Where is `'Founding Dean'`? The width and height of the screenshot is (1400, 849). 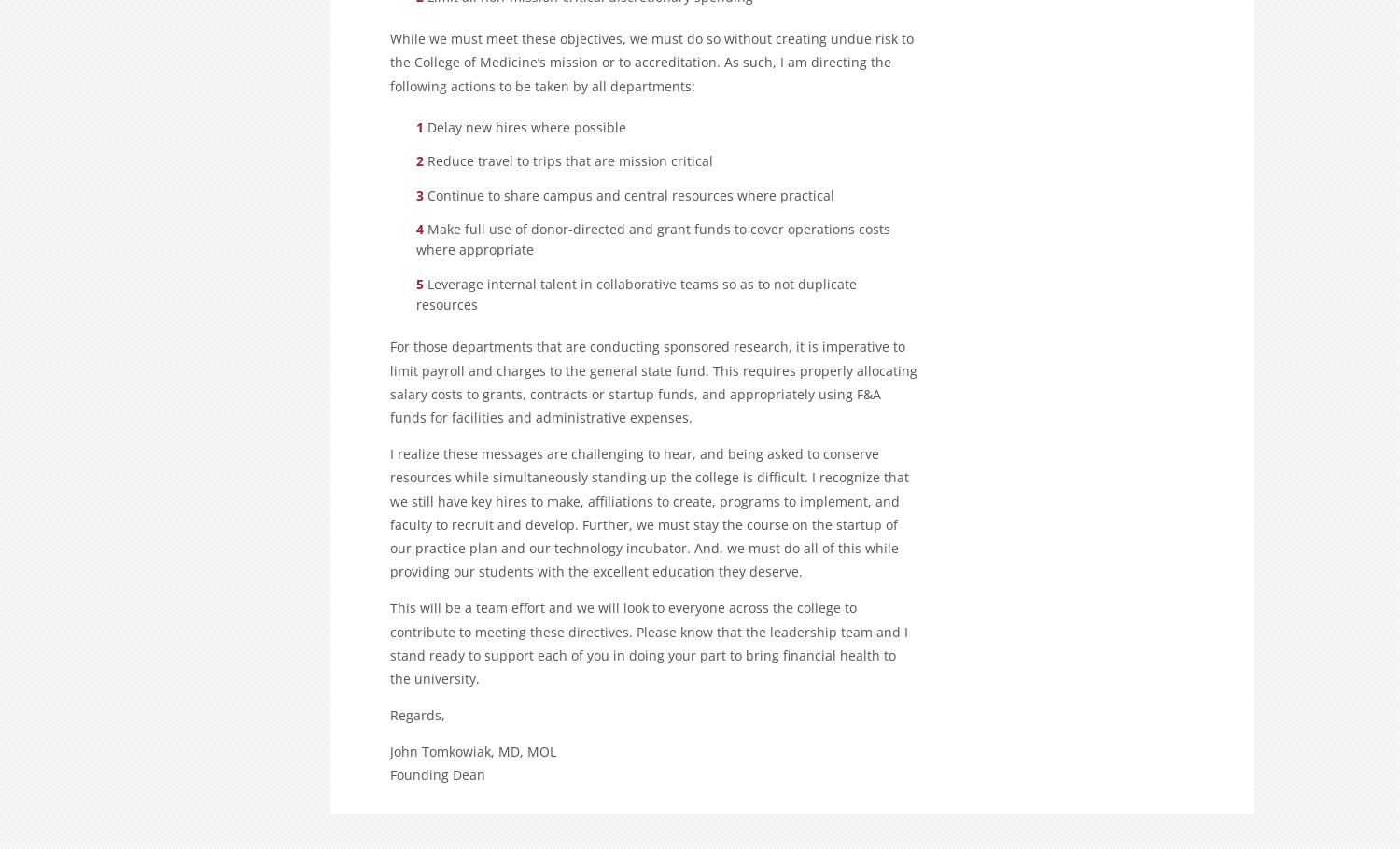
'Founding Dean' is located at coordinates (390, 774).